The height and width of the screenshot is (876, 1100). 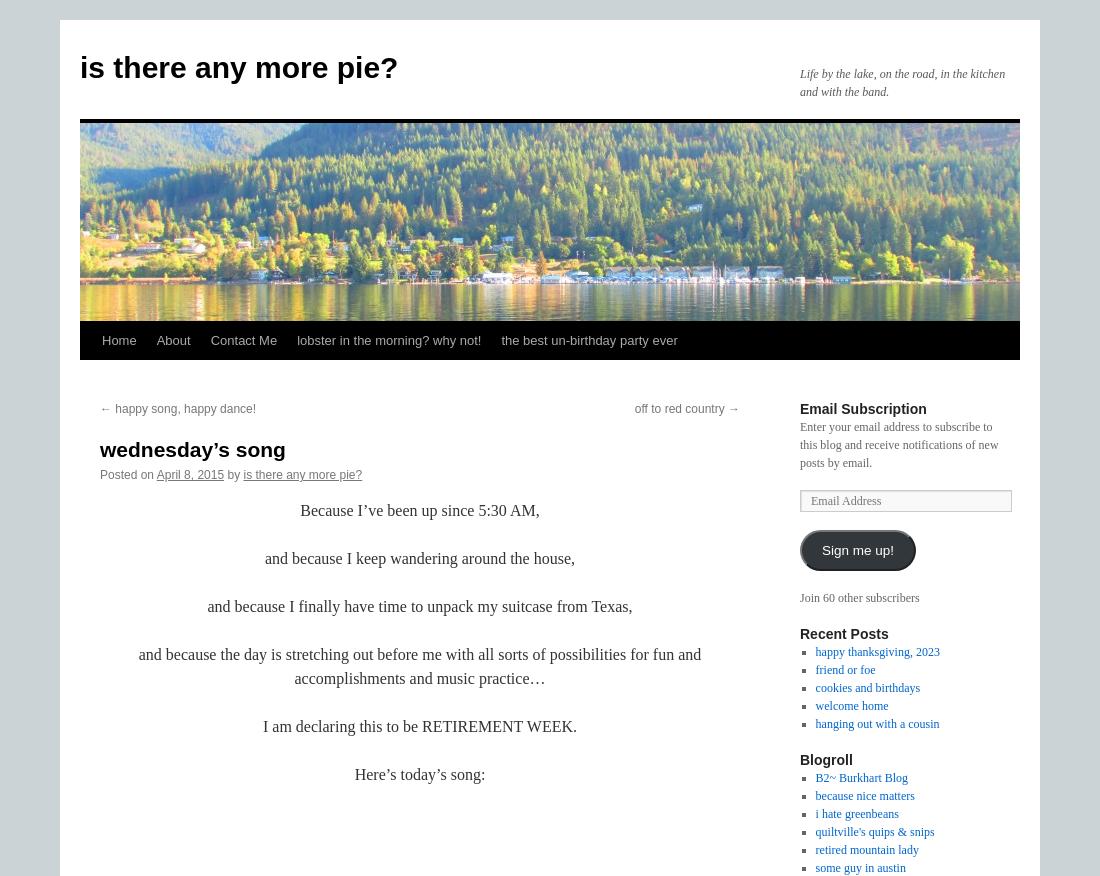 What do you see at coordinates (418, 773) in the screenshot?
I see `'Here’s today’s song:'` at bounding box center [418, 773].